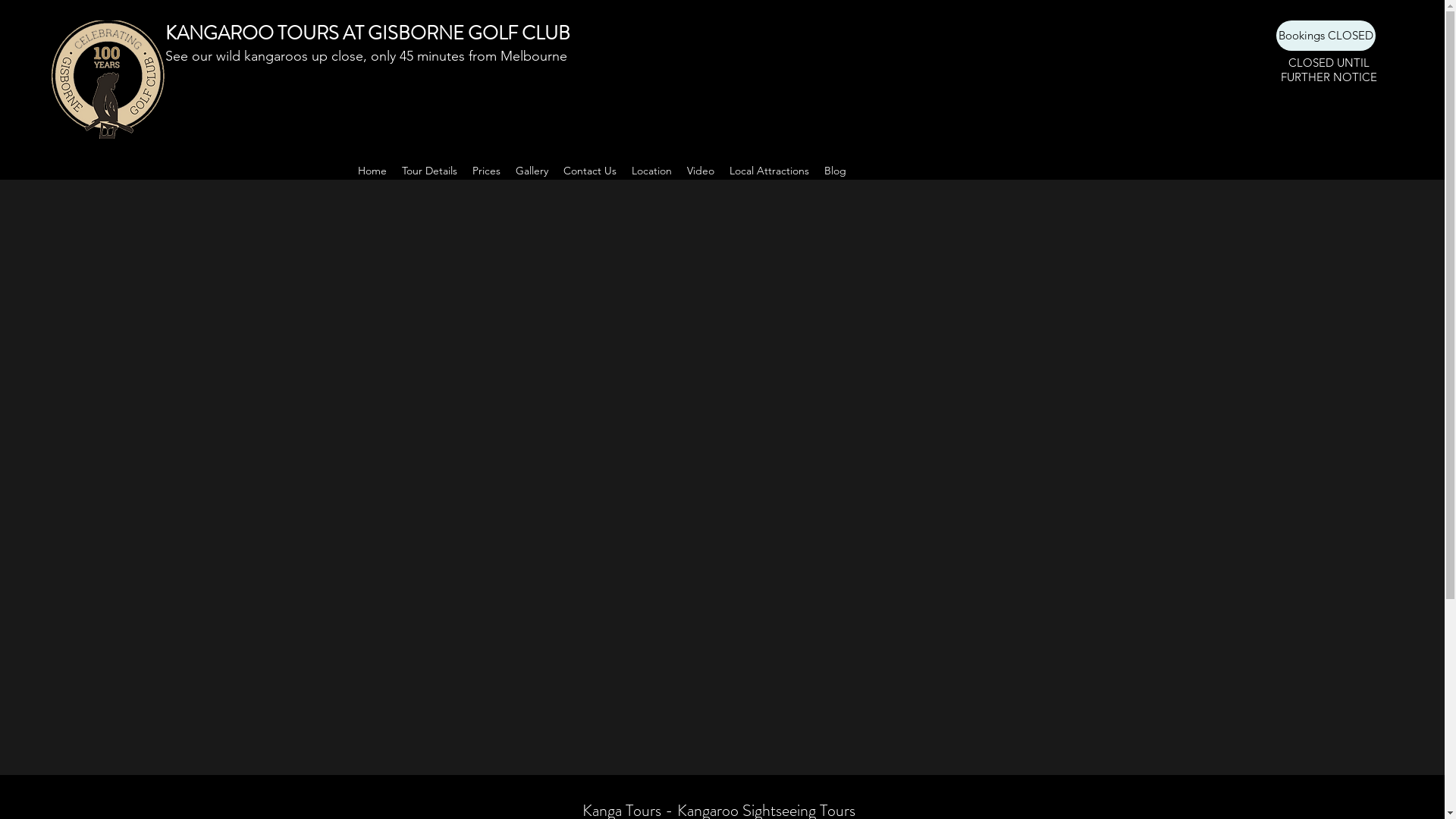 Image resolution: width=1456 pixels, height=819 pixels. I want to click on 'Gallery', so click(532, 170).